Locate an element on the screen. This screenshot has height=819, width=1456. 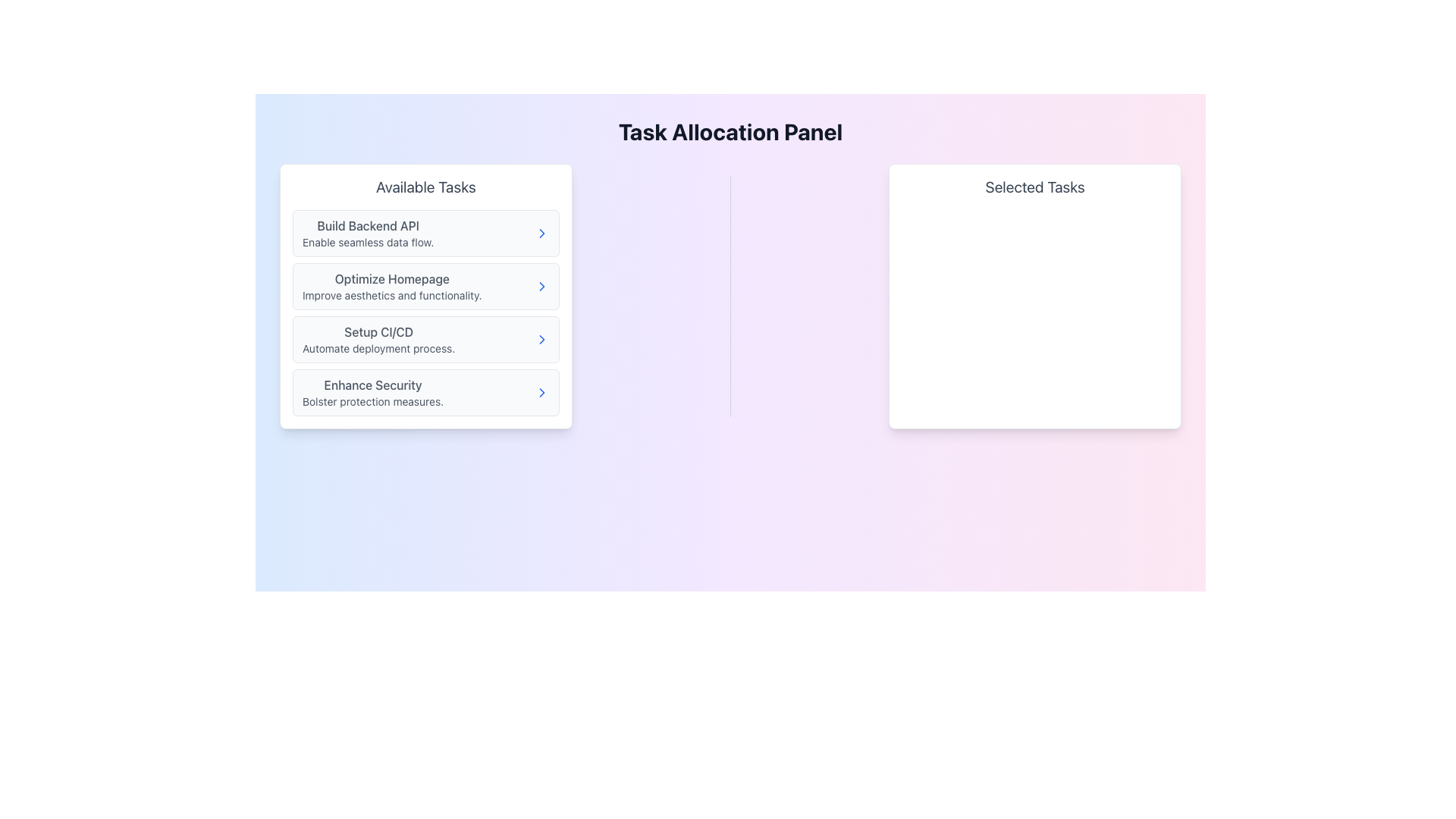
the fourth selectable card in the 'Available Tasks' panel is located at coordinates (425, 391).